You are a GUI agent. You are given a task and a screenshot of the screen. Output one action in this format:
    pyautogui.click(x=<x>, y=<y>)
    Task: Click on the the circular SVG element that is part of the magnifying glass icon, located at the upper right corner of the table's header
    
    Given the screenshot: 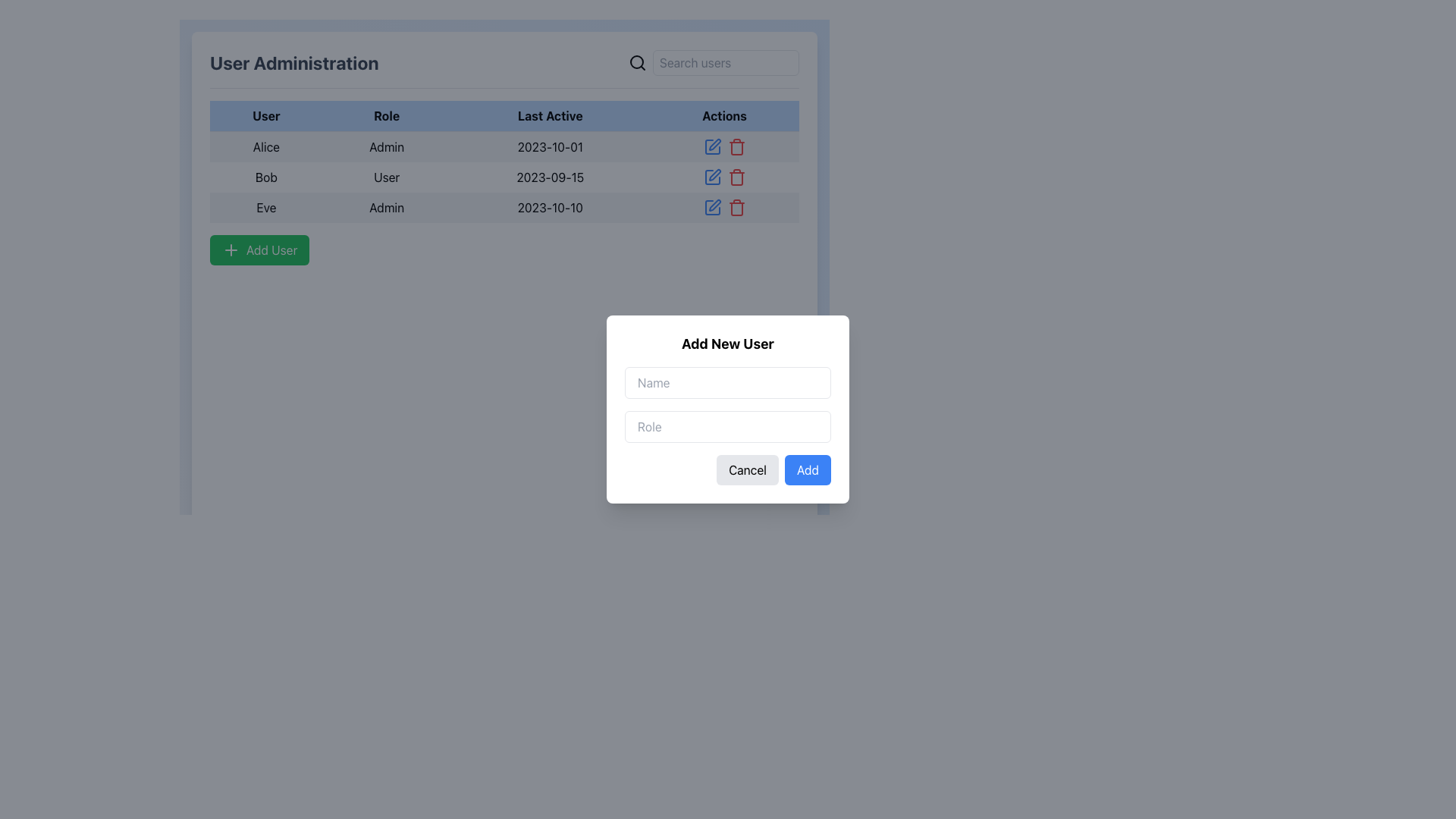 What is the action you would take?
    pyautogui.click(x=637, y=61)
    